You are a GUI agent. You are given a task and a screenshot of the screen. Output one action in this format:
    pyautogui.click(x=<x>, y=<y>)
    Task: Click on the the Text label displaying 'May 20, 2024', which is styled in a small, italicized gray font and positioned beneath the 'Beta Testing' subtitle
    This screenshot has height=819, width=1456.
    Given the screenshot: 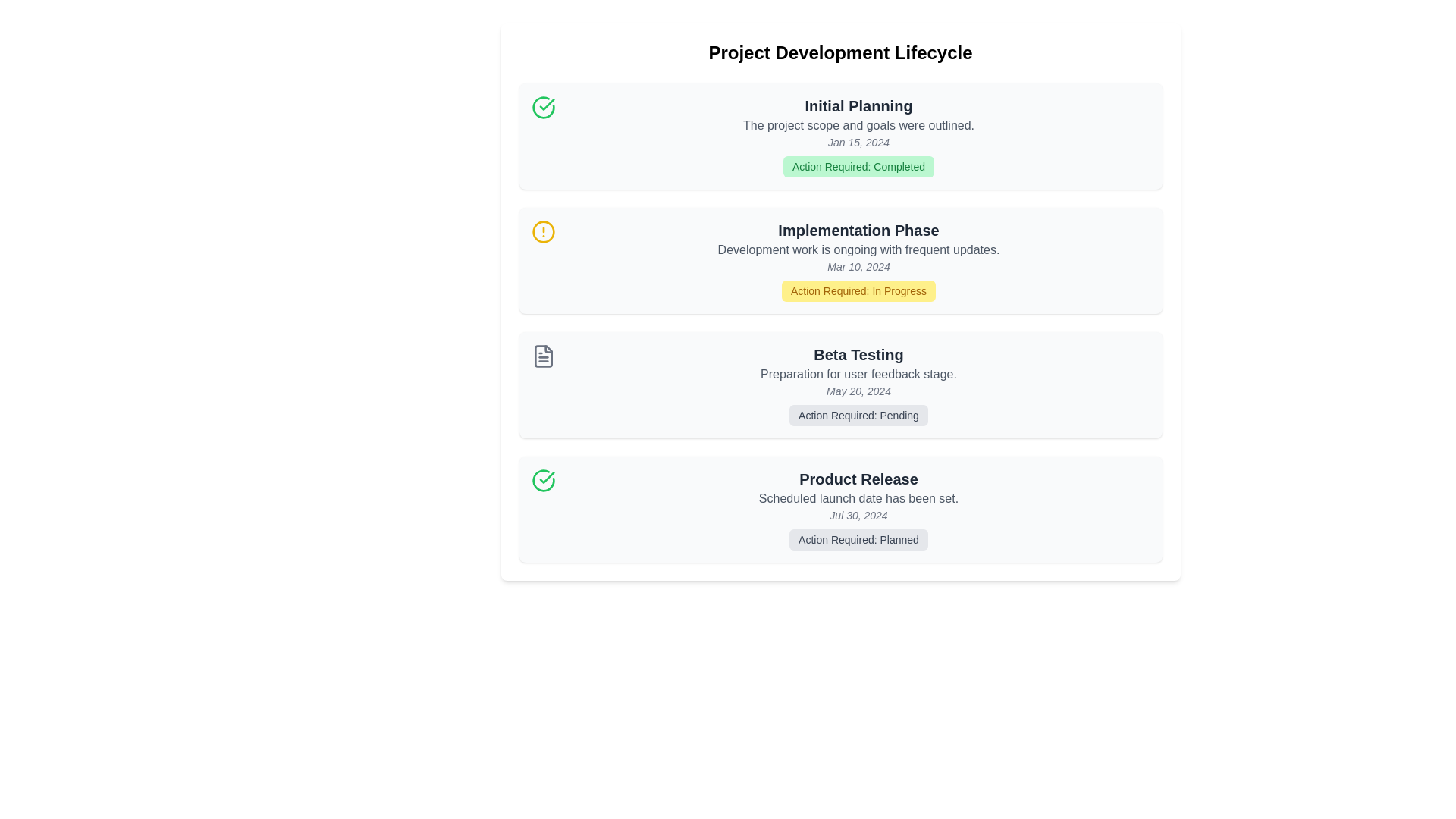 What is the action you would take?
    pyautogui.click(x=858, y=391)
    